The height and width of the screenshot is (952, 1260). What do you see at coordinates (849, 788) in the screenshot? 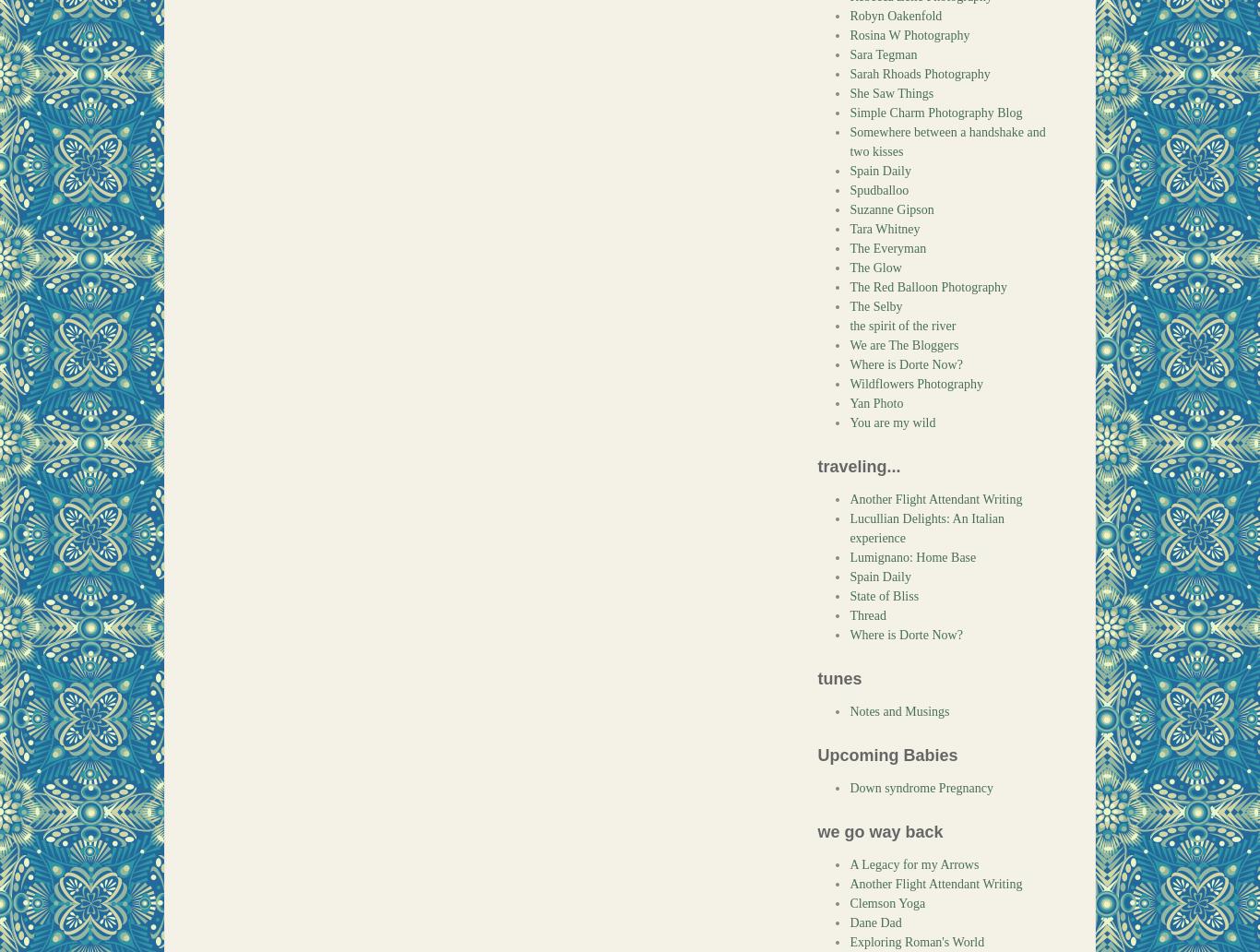
I see `'Down syndrome Pregnancy'` at bounding box center [849, 788].